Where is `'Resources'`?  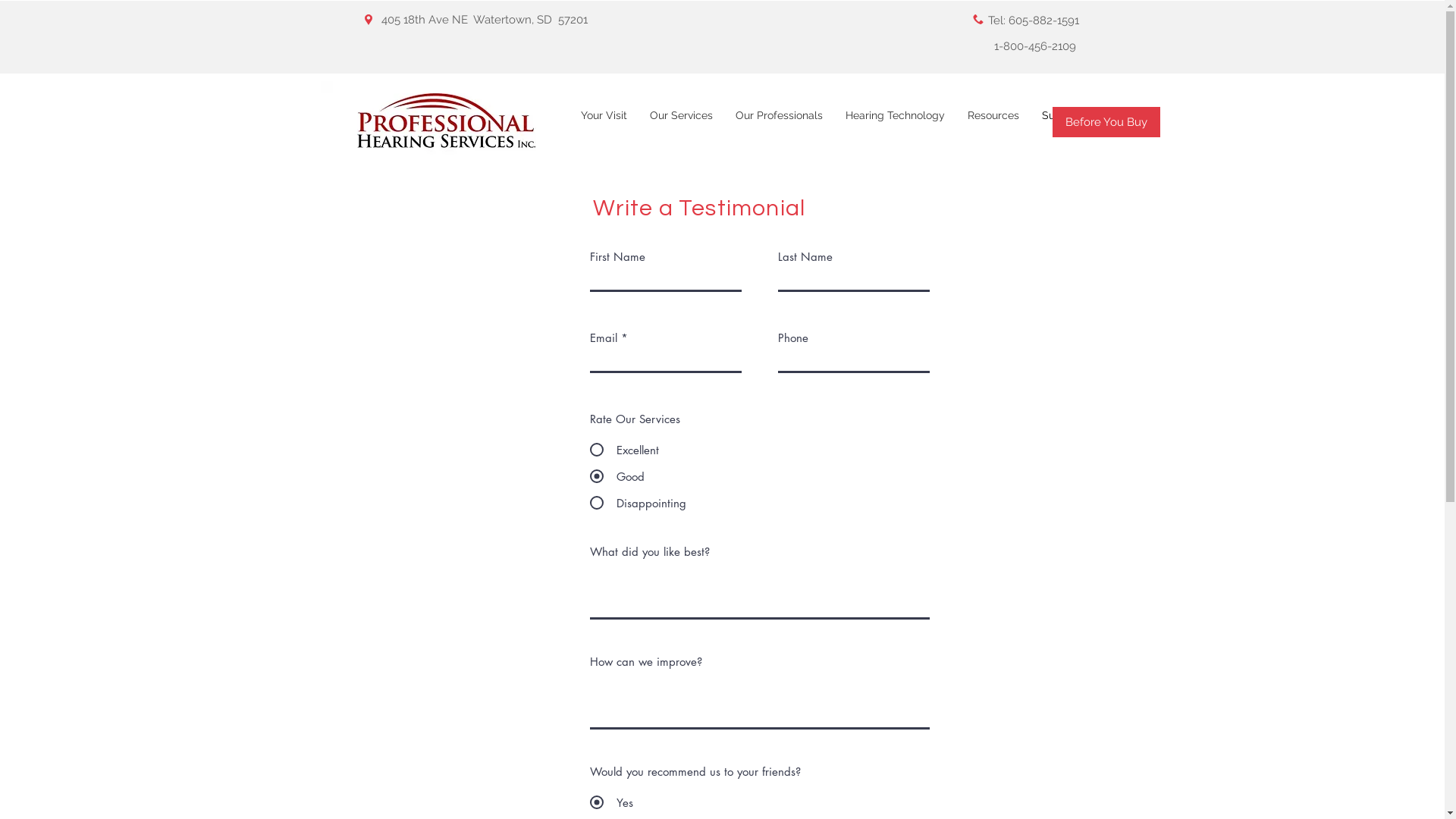
'Resources' is located at coordinates (993, 121).